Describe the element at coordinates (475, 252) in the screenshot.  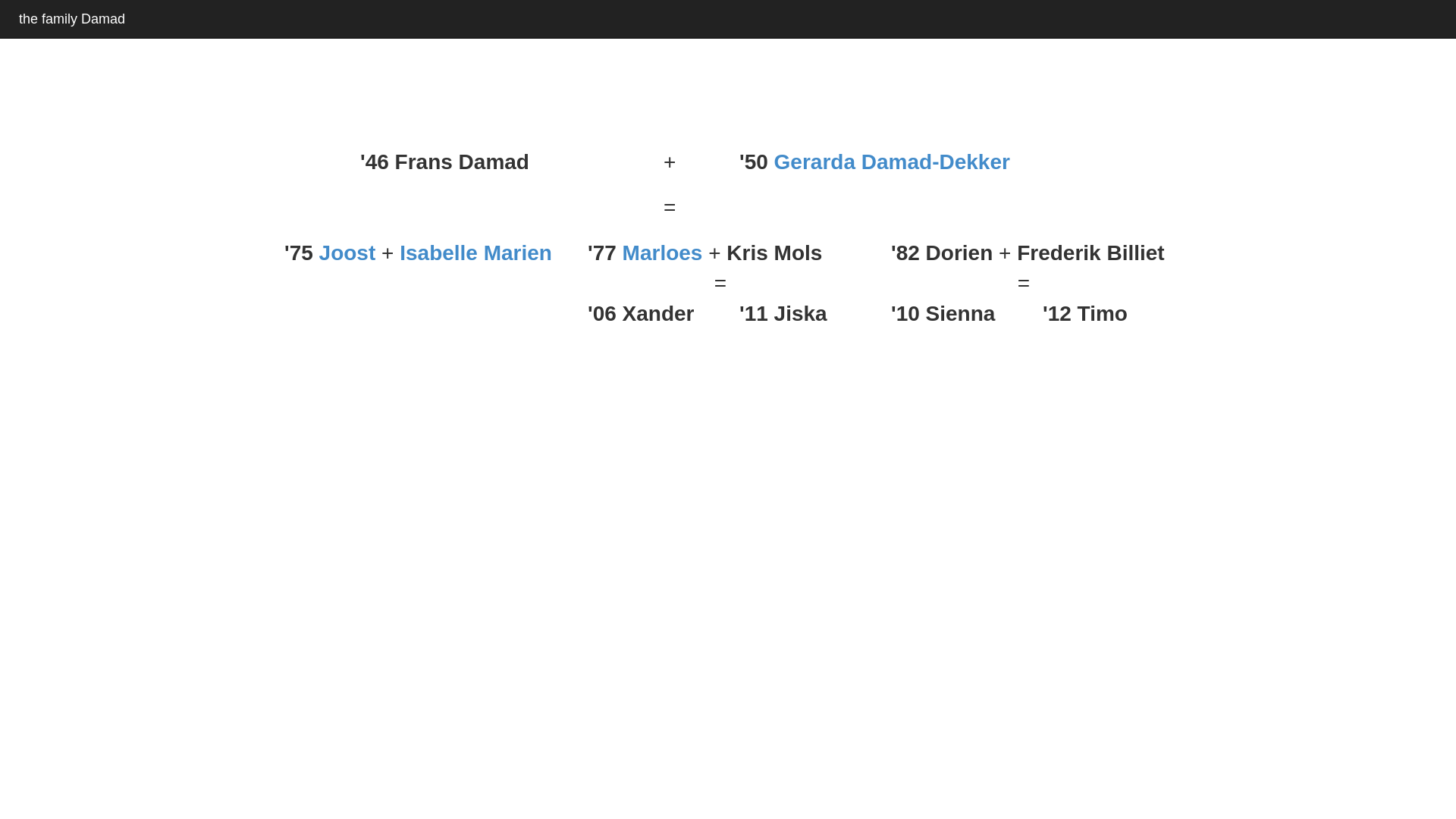
I see `'Isabelle Marien'` at that location.